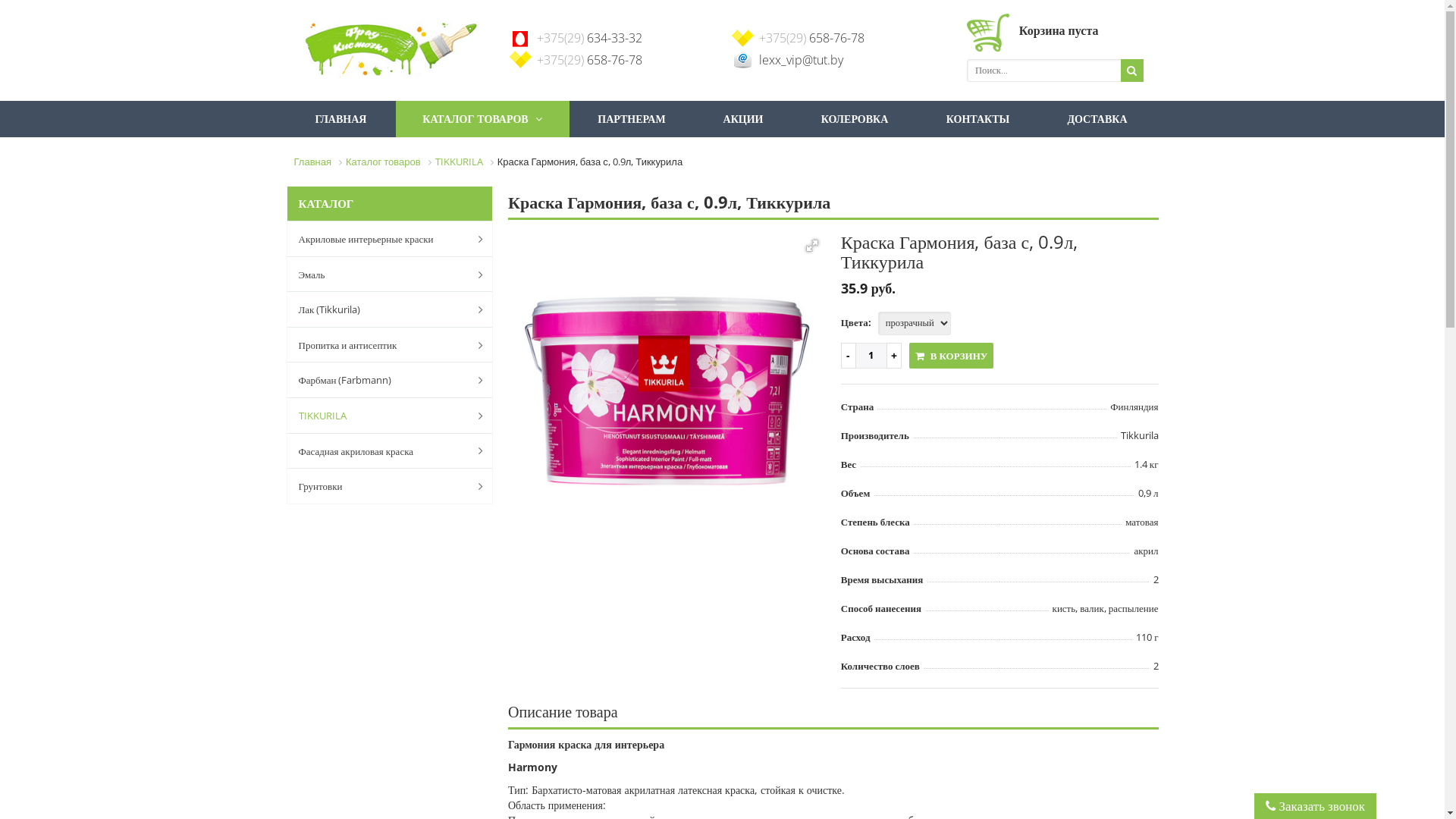 This screenshot has height=819, width=1456. Describe the element at coordinates (758, 37) in the screenshot. I see `'+375(29) 658-76-78'` at that location.